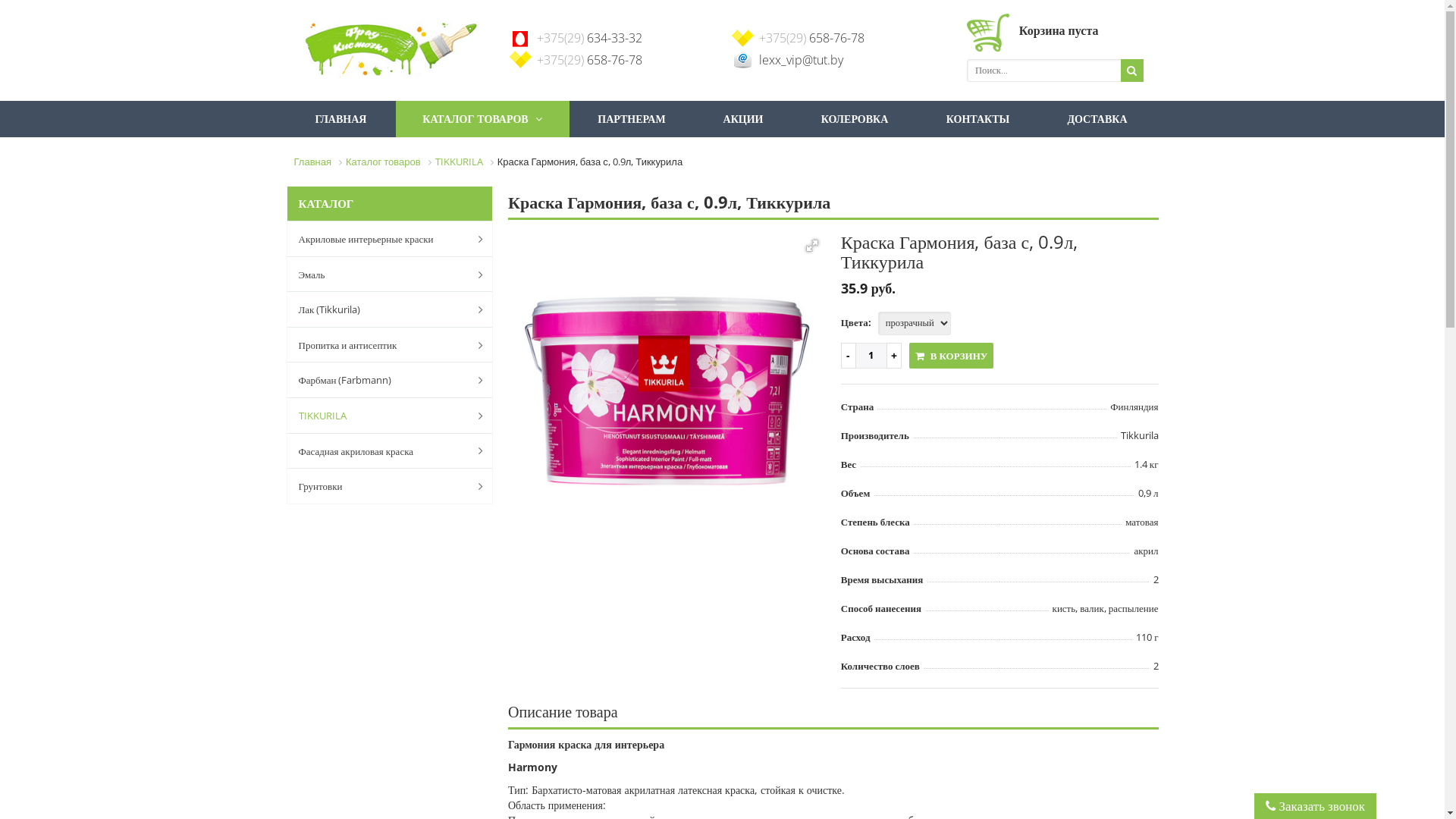 This screenshot has height=819, width=1456. Describe the element at coordinates (758, 37) in the screenshot. I see `'+375(29) 658-76-78'` at that location.